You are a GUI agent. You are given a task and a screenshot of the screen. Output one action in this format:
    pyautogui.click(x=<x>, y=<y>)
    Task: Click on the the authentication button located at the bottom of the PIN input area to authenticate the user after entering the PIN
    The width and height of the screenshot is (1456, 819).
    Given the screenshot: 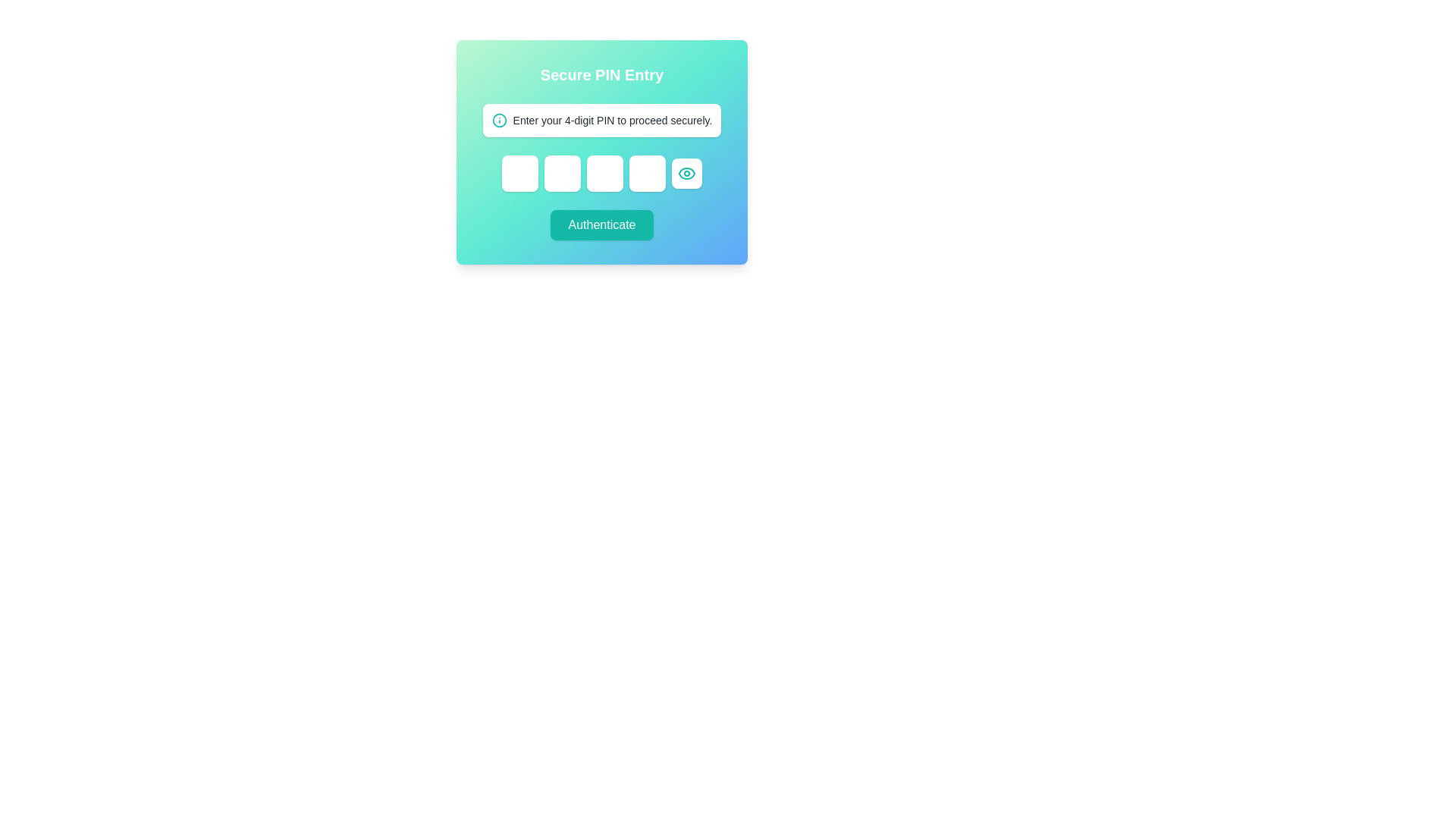 What is the action you would take?
    pyautogui.click(x=601, y=225)
    